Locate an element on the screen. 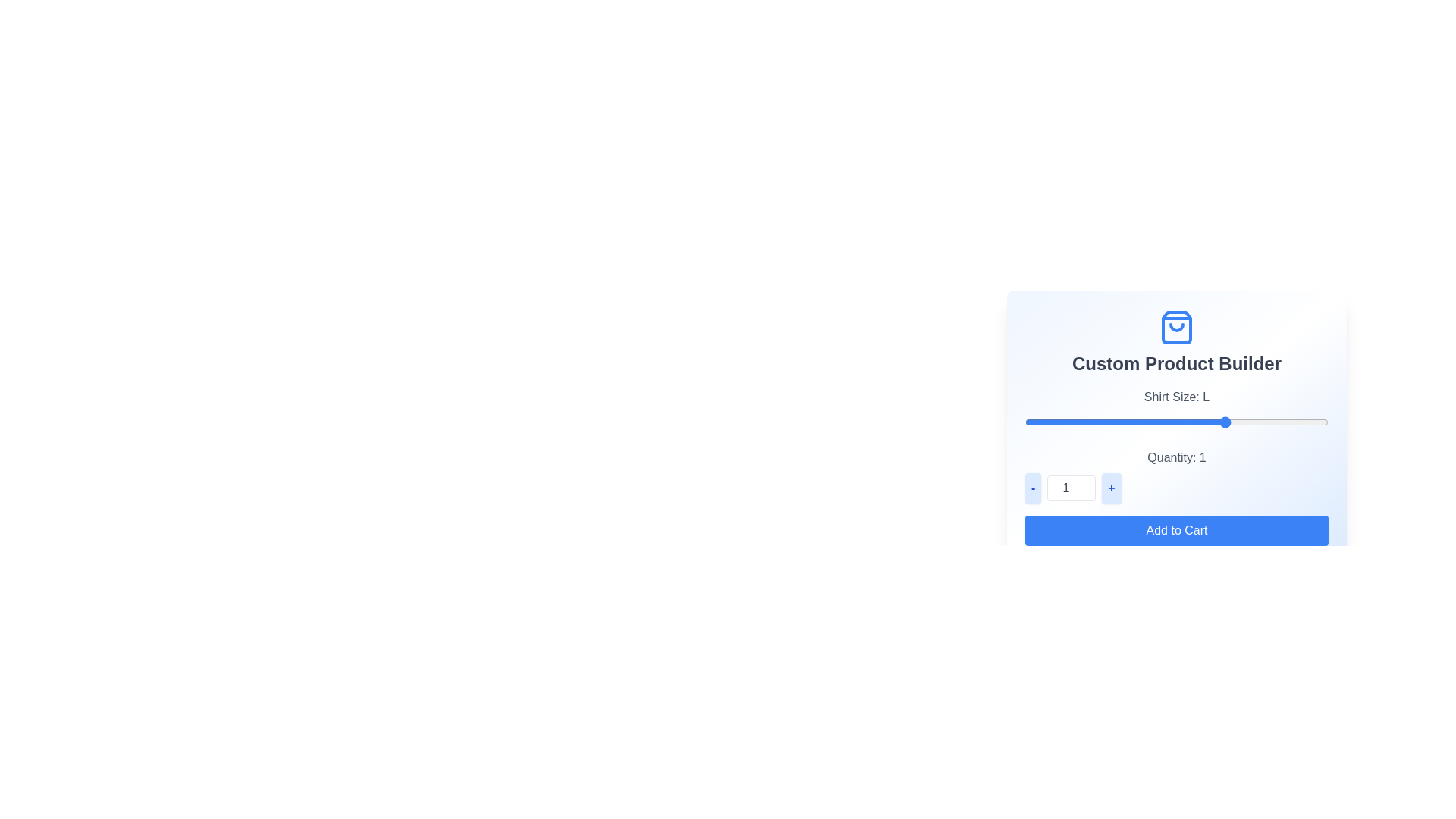  the 'Add to Cart' button located at the bottom of the 'Custom Product Builder' section is located at coordinates (1175, 529).